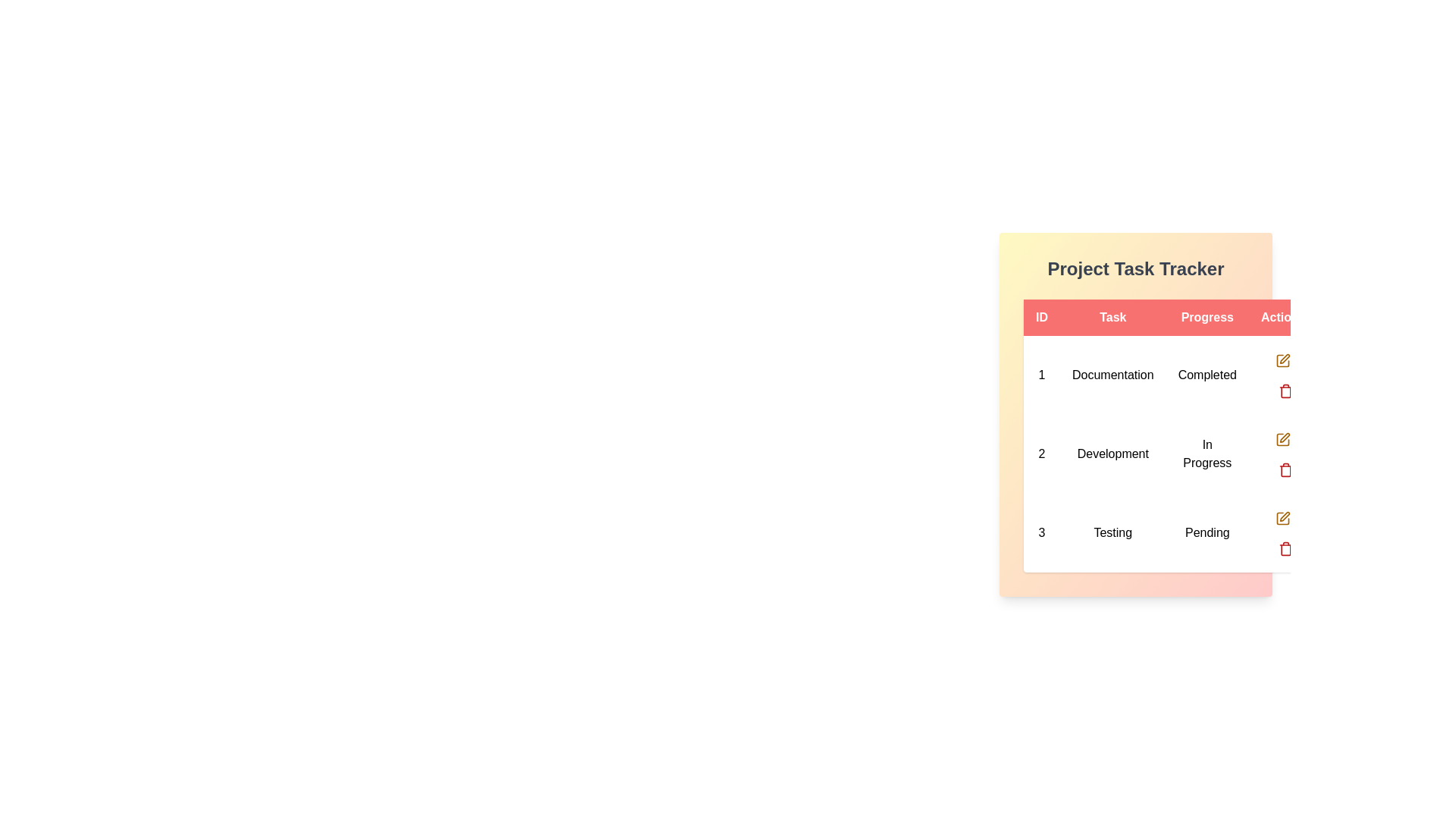 The image size is (1456, 819). Describe the element at coordinates (1282, 359) in the screenshot. I see `the edit button for the task with ID 1` at that location.